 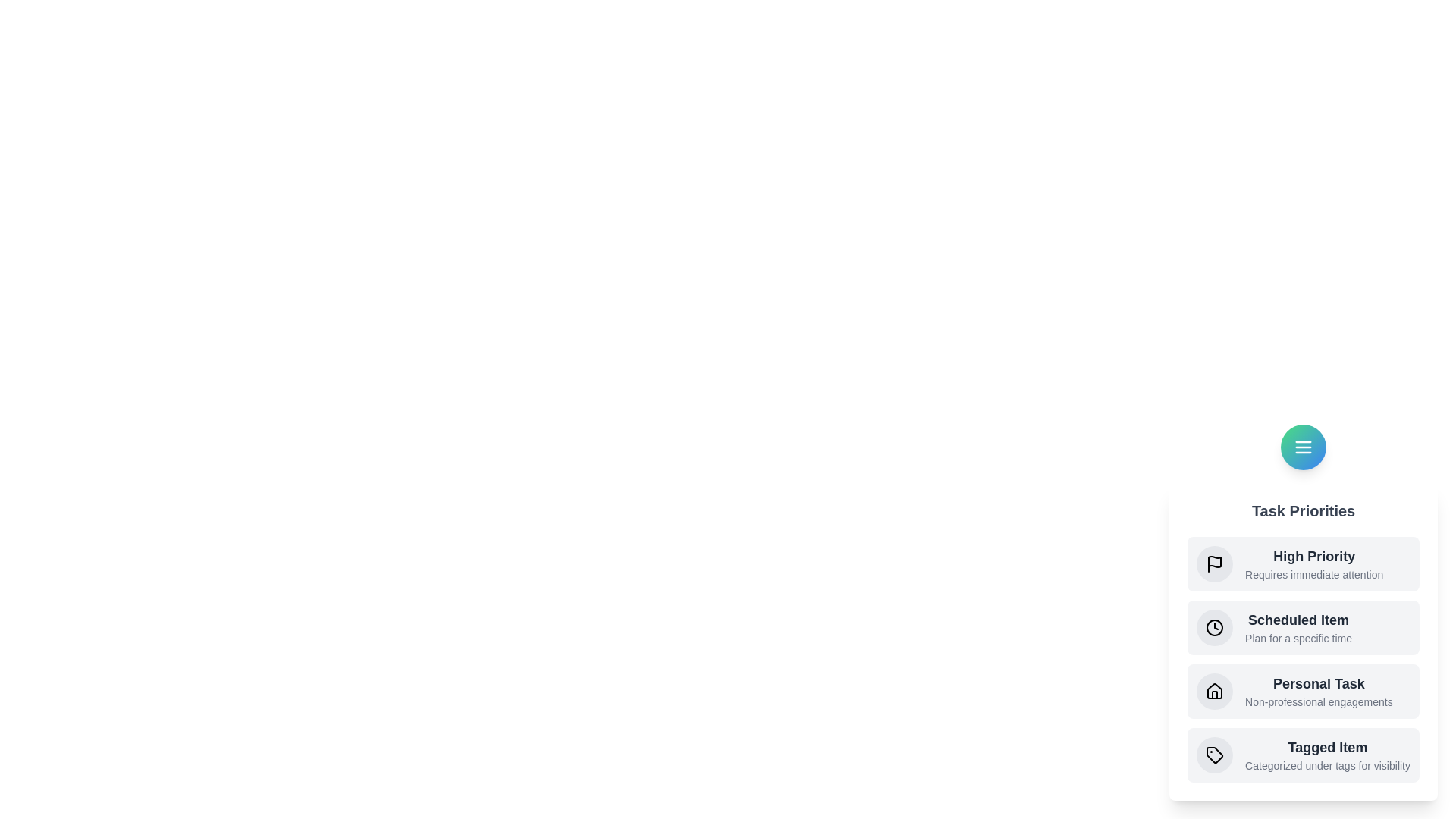 I want to click on the specified element: tagged_item, so click(x=1215, y=755).